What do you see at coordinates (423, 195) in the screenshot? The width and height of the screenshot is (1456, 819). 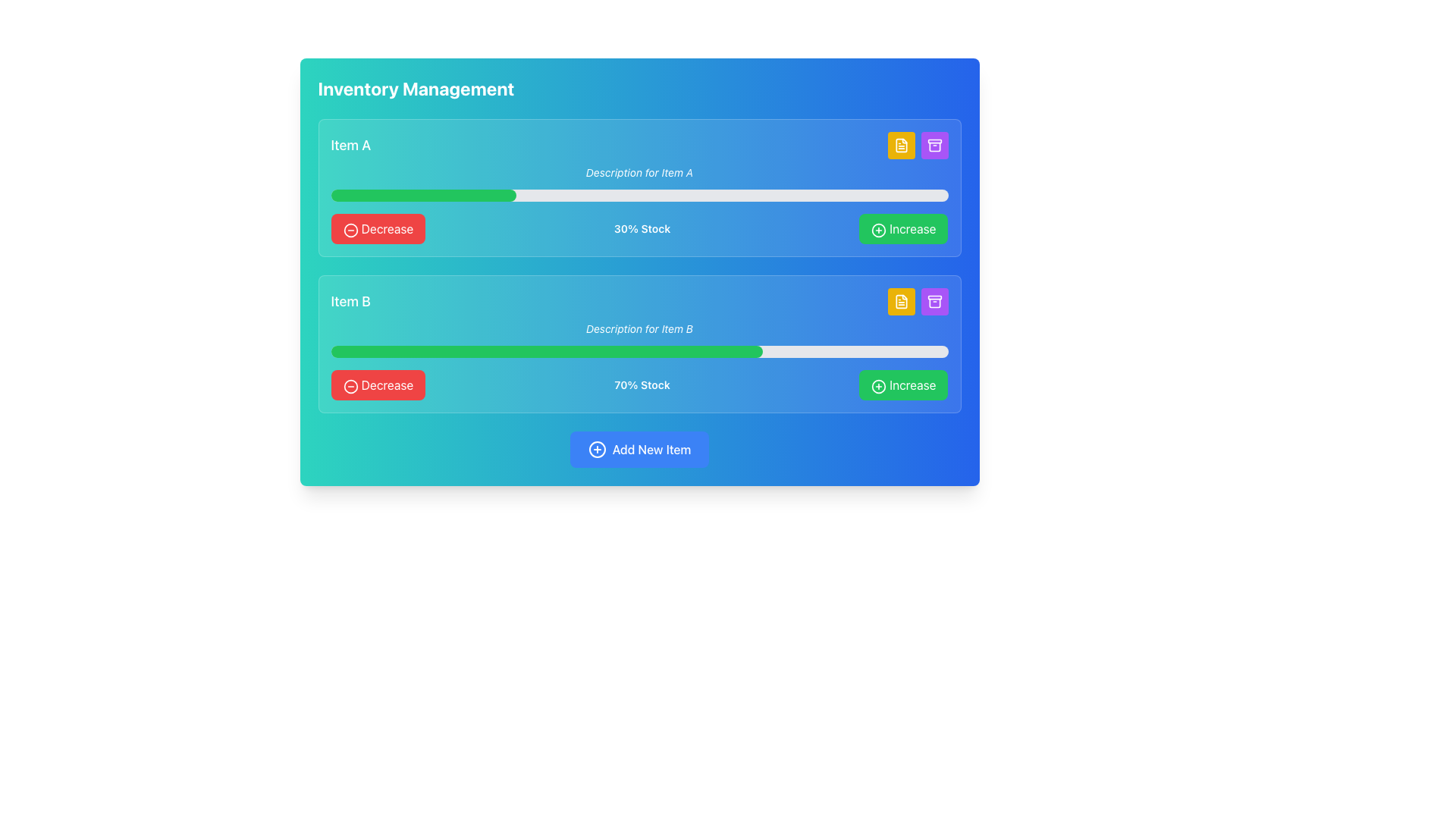 I see `the progress bar indicating 30% stock for 'Item A', located below 'Description for Item A'` at bounding box center [423, 195].